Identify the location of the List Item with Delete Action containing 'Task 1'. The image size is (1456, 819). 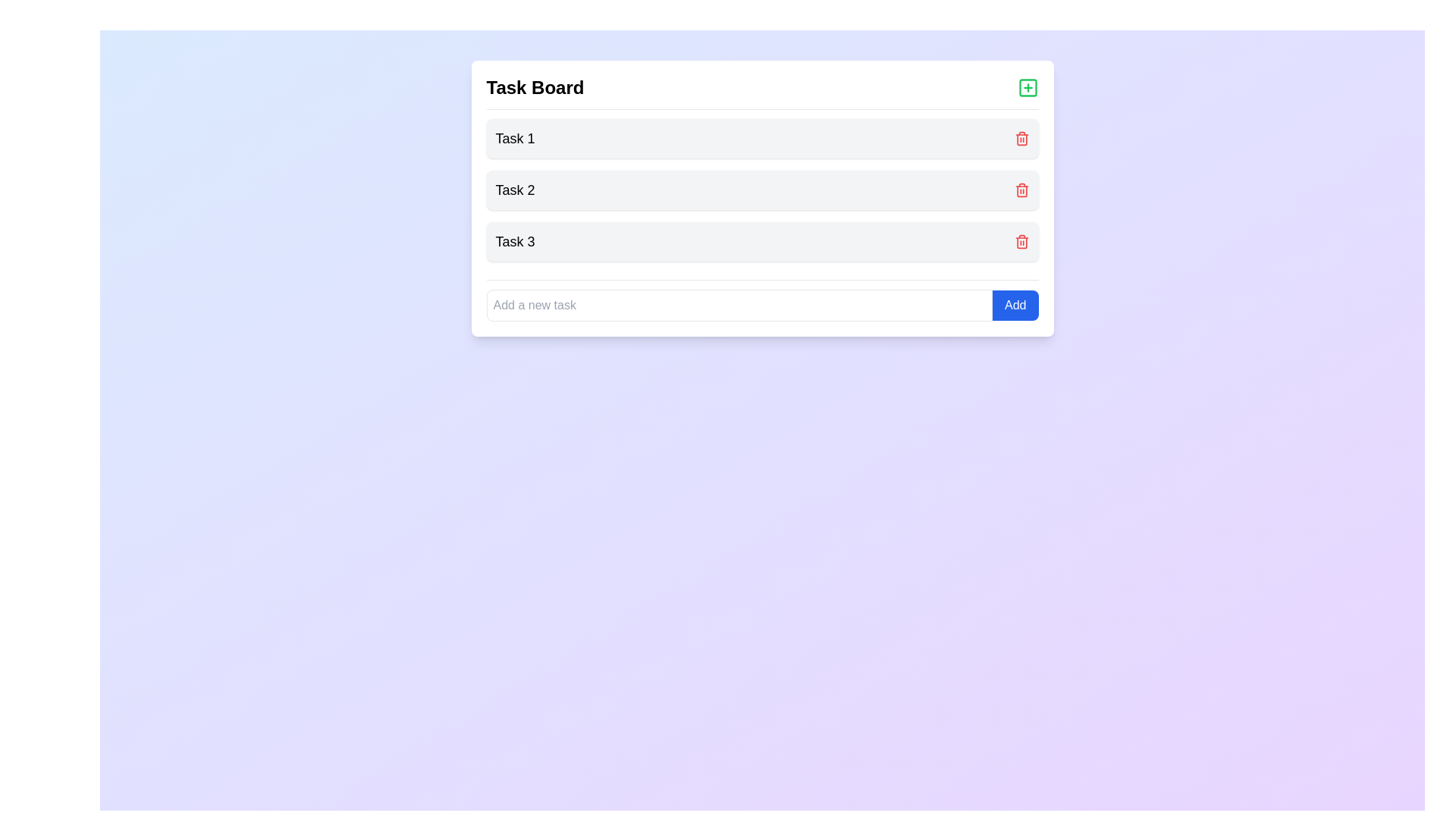
(762, 138).